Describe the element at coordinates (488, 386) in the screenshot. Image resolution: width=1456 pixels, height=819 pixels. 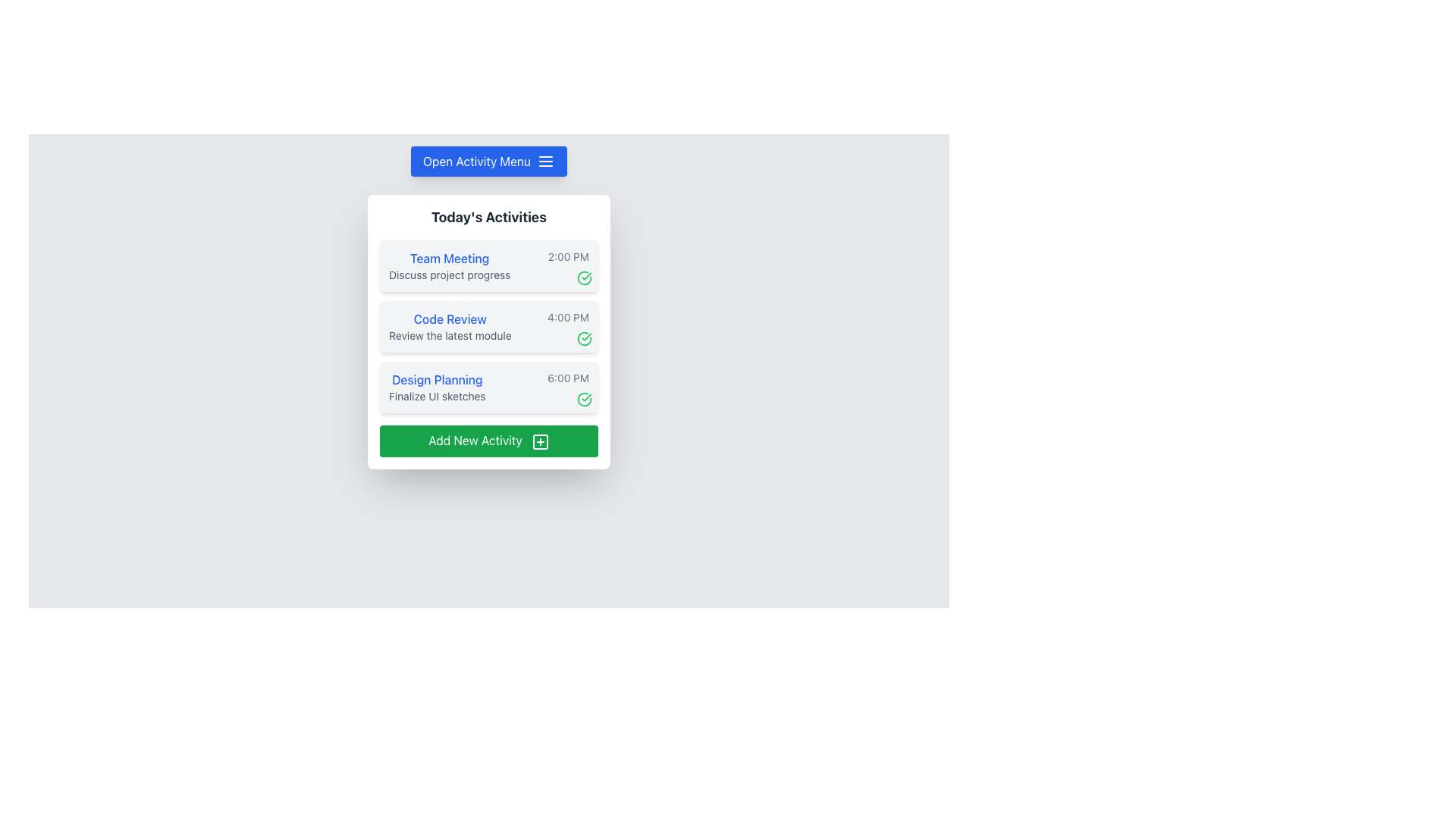
I see `information displayed in the List item titled 'Design Planning' located in the 'Today's Activities' panel, specifically the title, subtitle, and time indicator` at that location.